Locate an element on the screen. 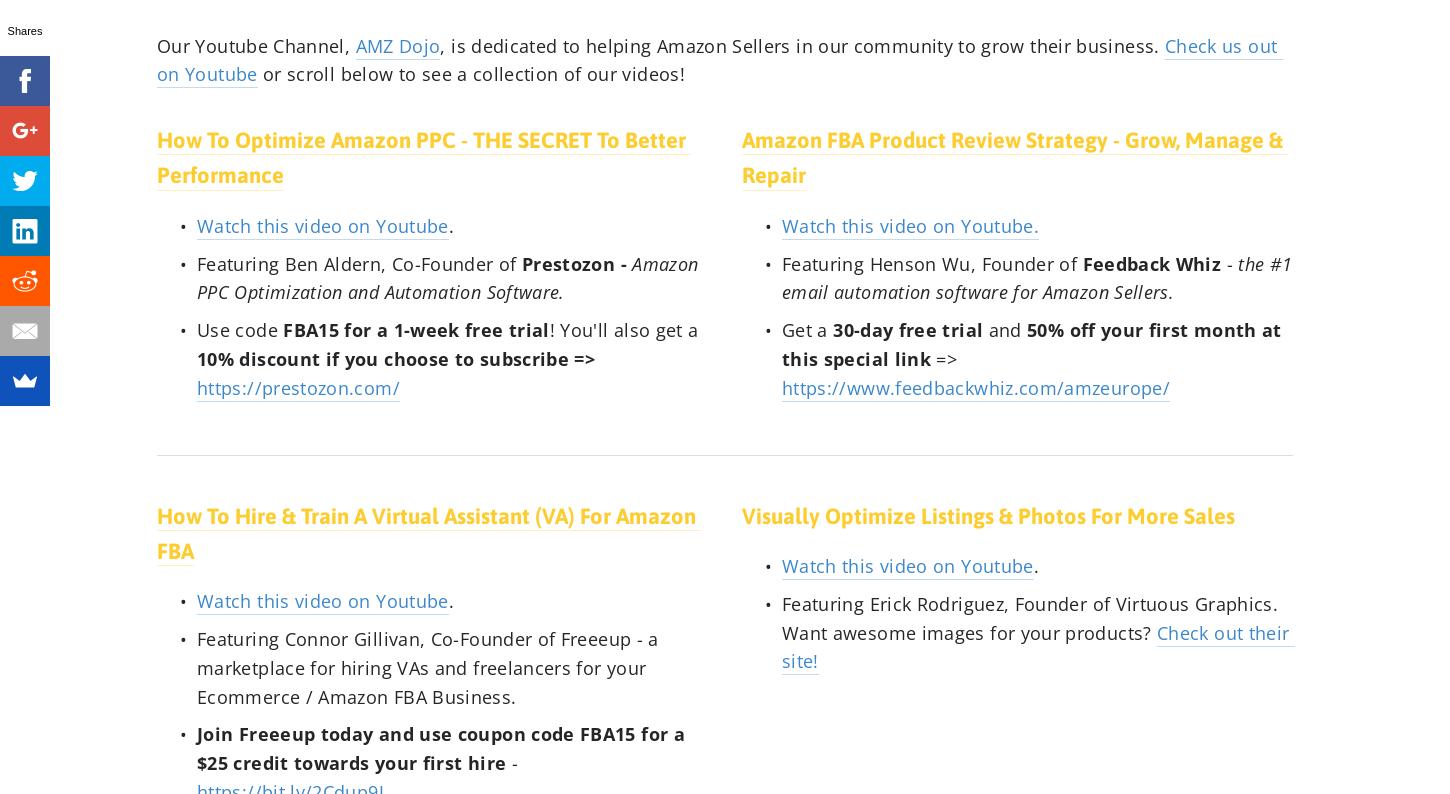  'Featuring Henson Wu, Founder of' is located at coordinates (930, 261).